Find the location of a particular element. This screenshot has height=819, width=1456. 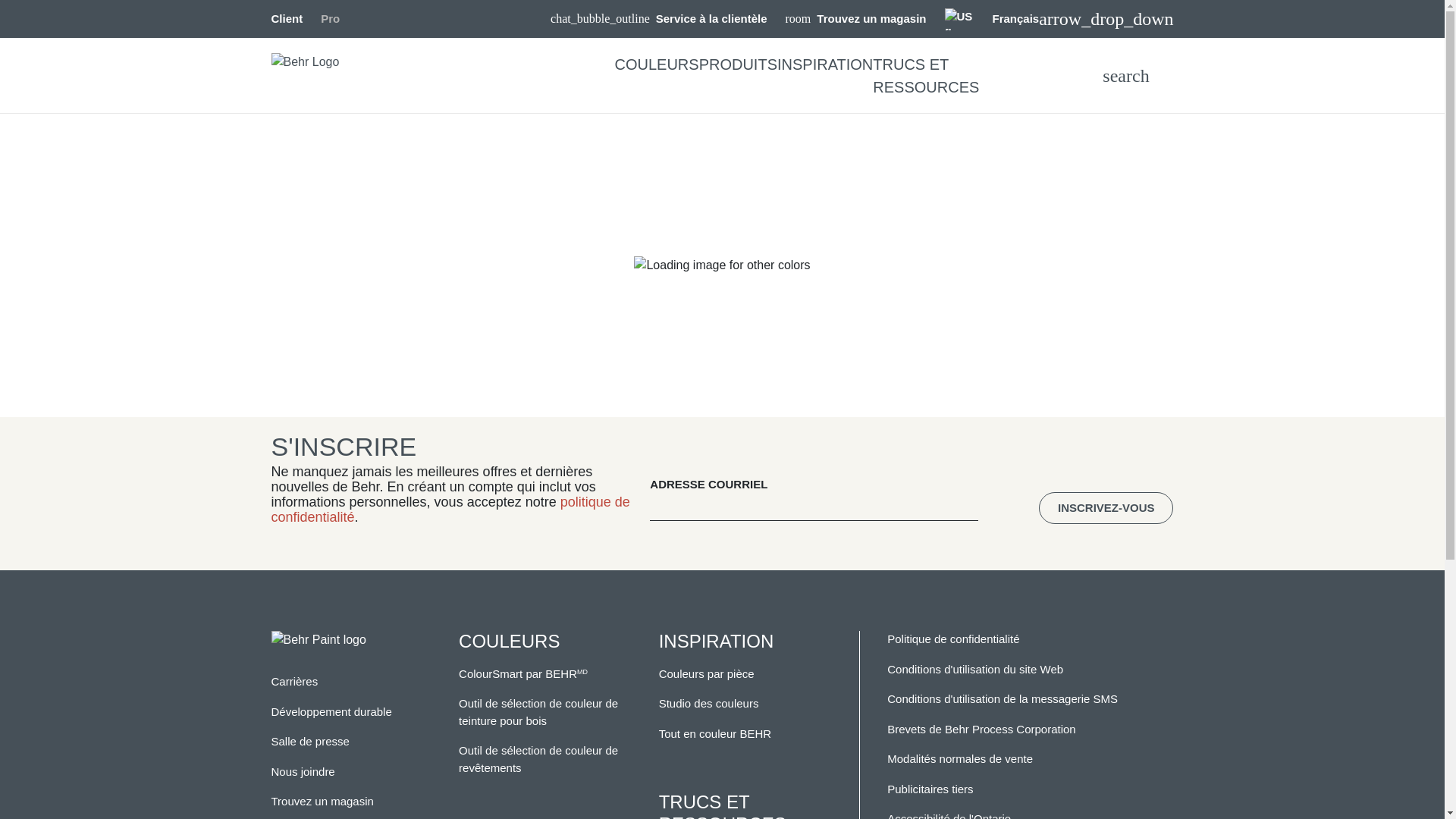

'Pro' is located at coordinates (329, 18).